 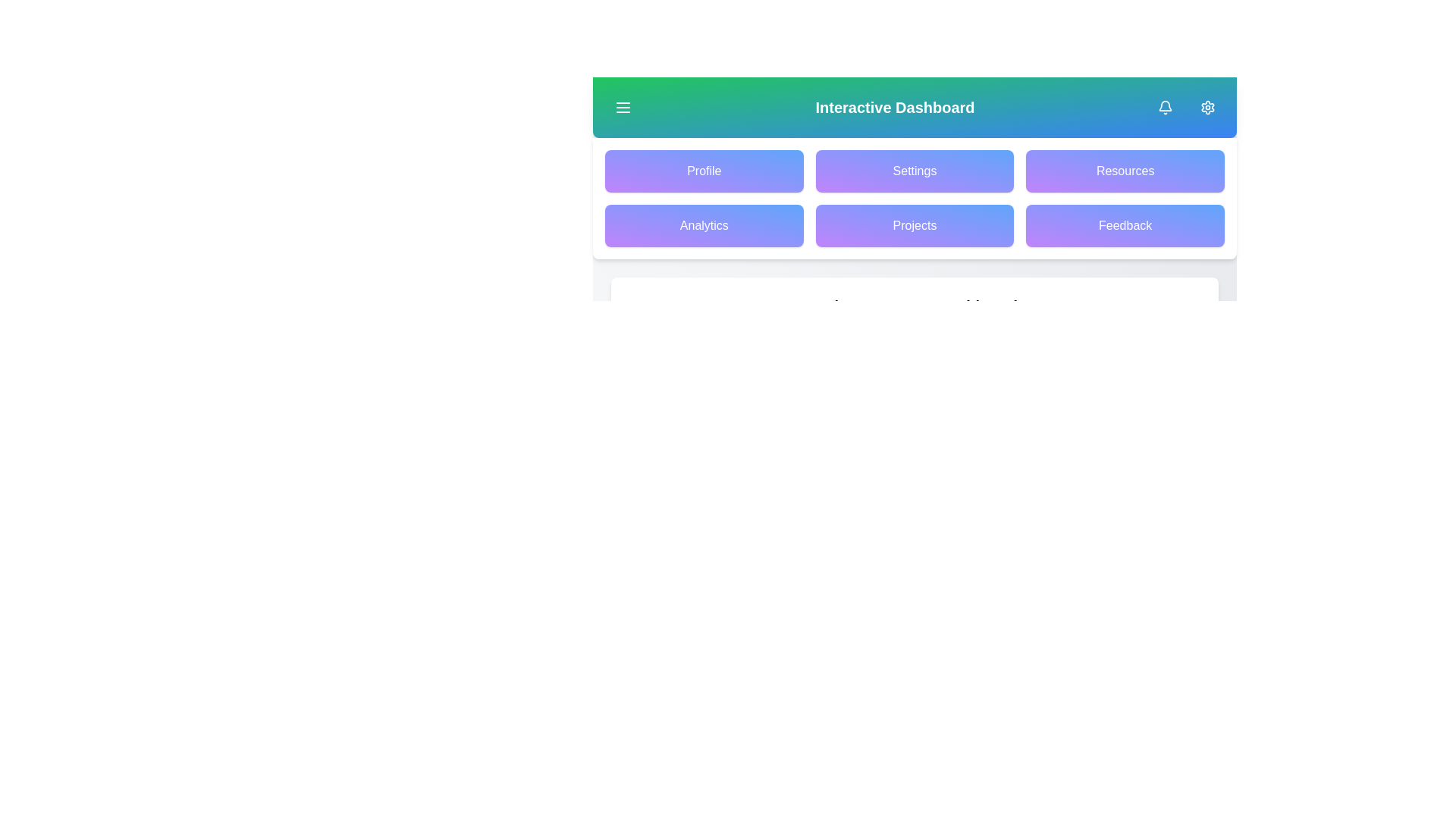 I want to click on the Profile button in the grid, so click(x=703, y=171).